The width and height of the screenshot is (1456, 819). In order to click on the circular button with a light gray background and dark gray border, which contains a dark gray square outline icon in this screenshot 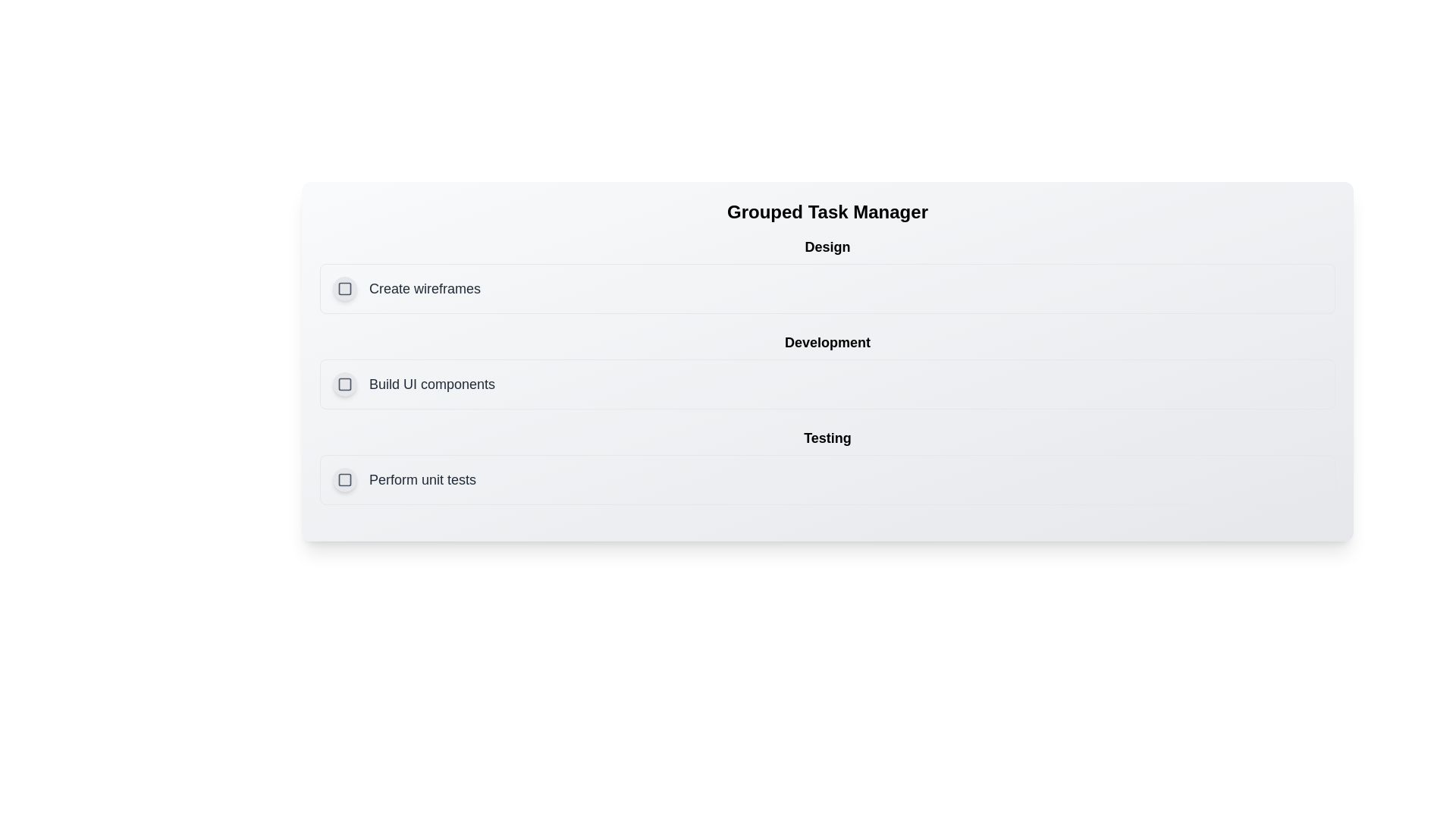, I will do `click(344, 289)`.